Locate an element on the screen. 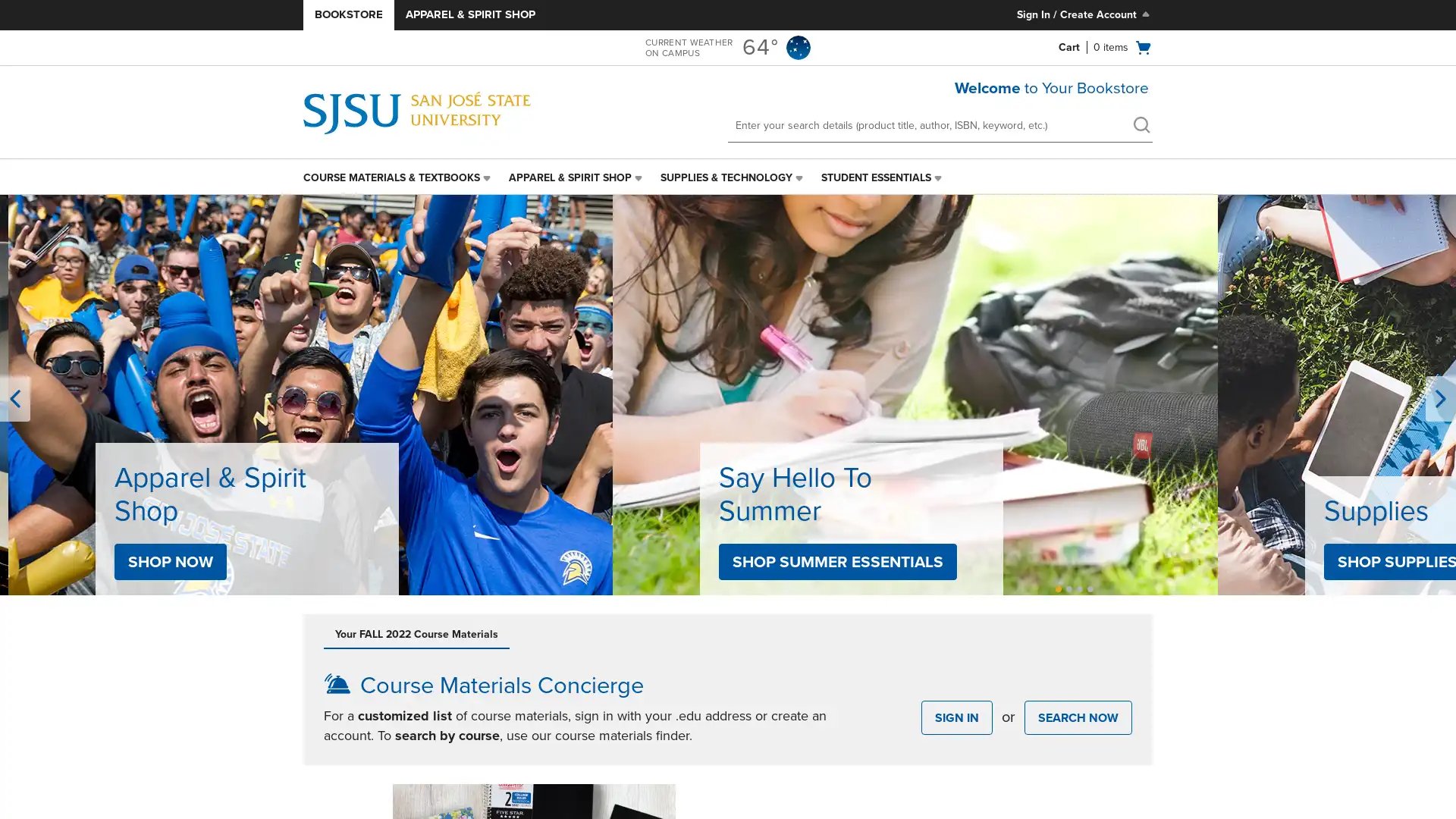 Image resolution: width=1456 pixels, height=819 pixels. SEARCH NOW is located at coordinates (1077, 717).